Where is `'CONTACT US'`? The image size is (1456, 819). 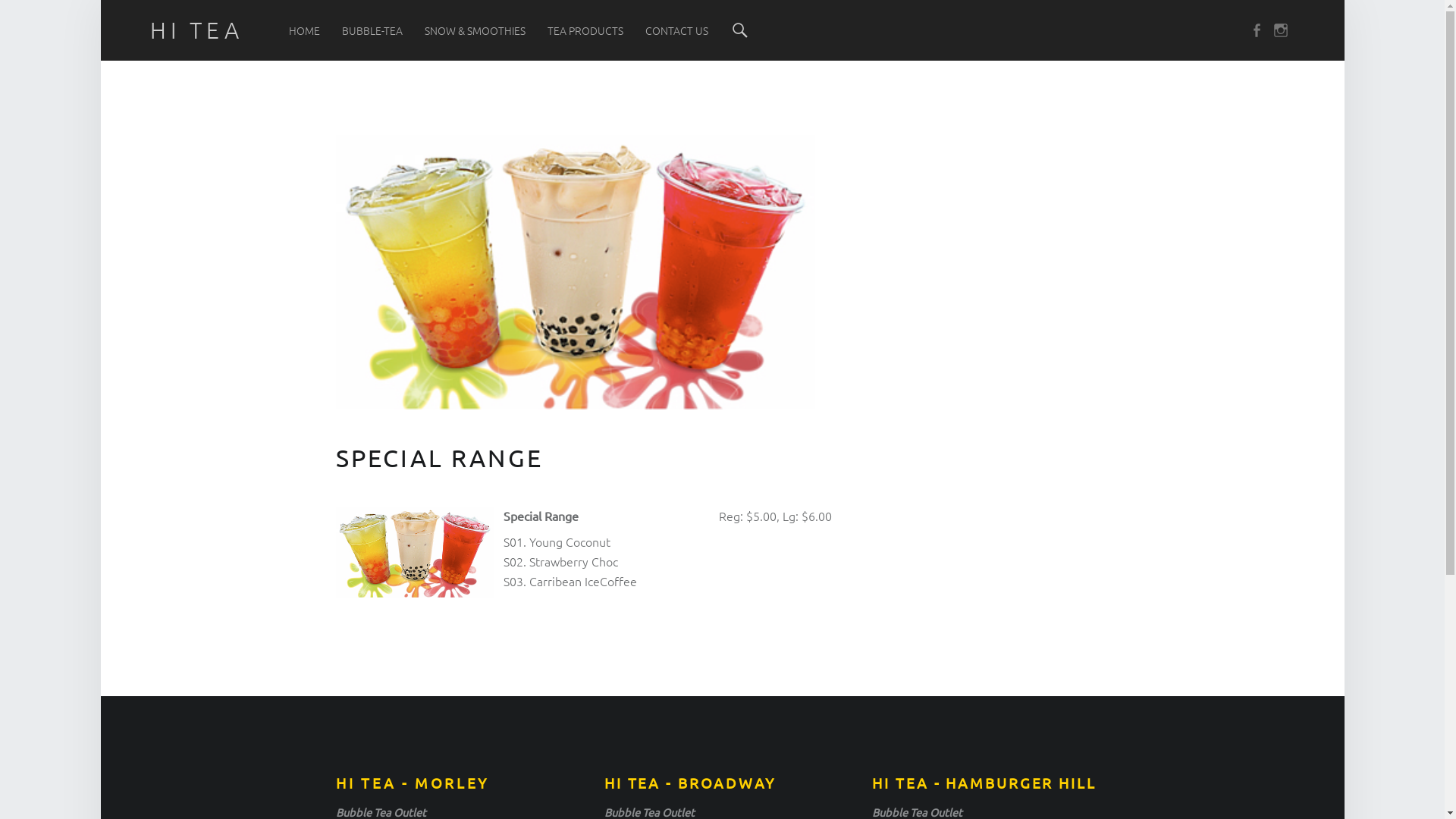
'CONTACT US' is located at coordinates (645, 30).